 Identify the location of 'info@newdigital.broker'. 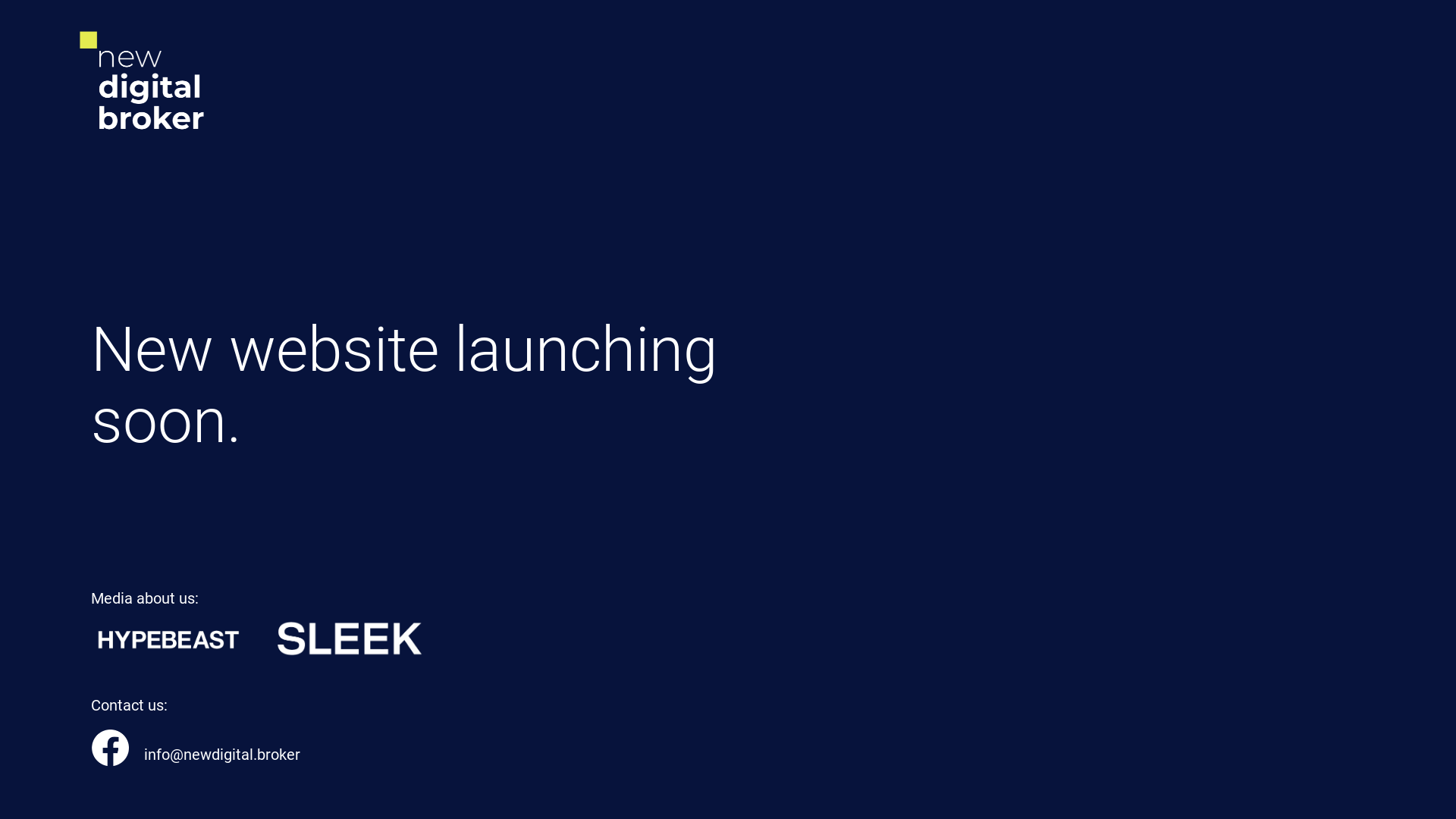
(144, 755).